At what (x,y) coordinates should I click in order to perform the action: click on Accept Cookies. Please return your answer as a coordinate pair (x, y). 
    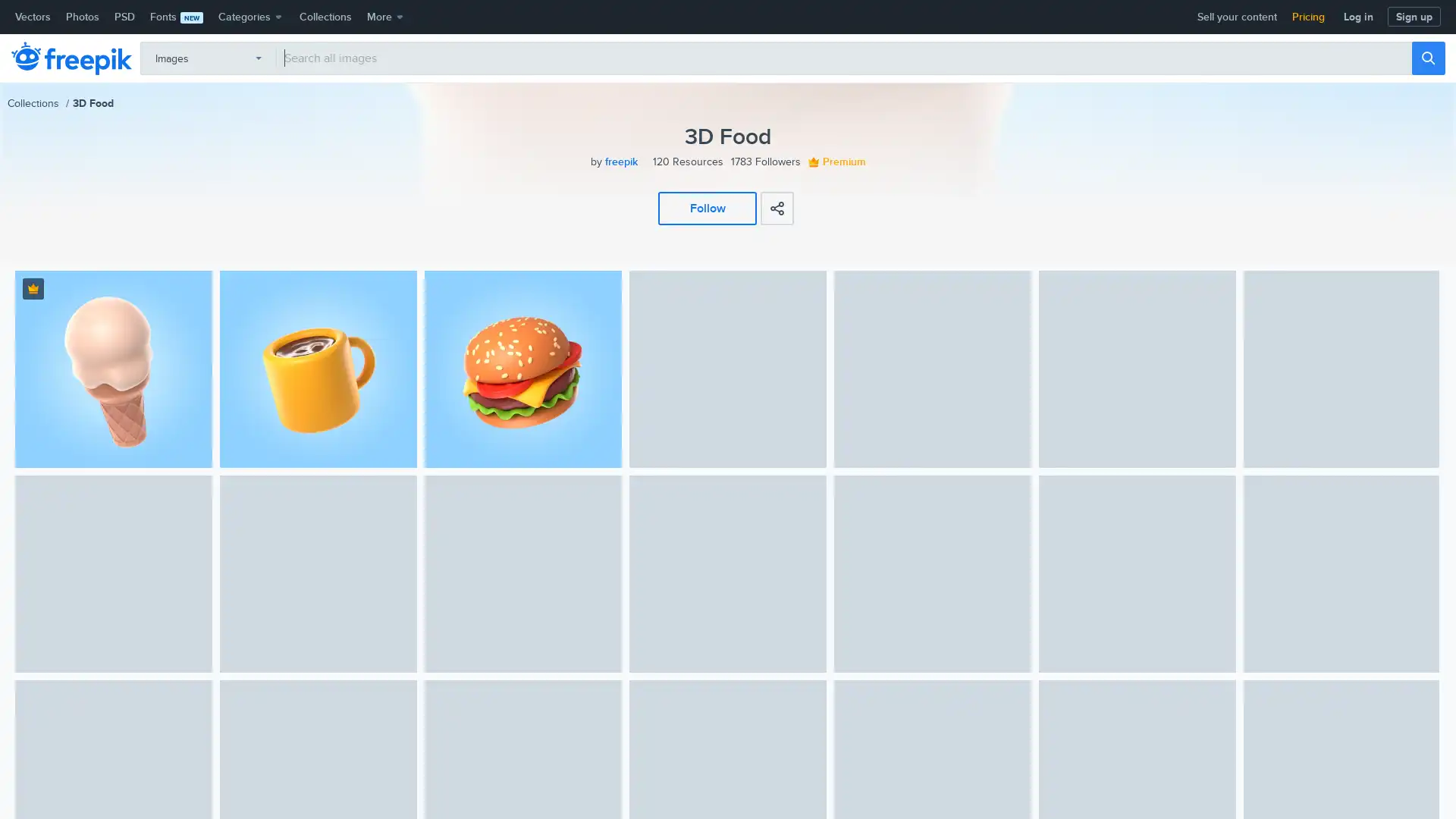
    Looking at the image, I should click on (1200, 786).